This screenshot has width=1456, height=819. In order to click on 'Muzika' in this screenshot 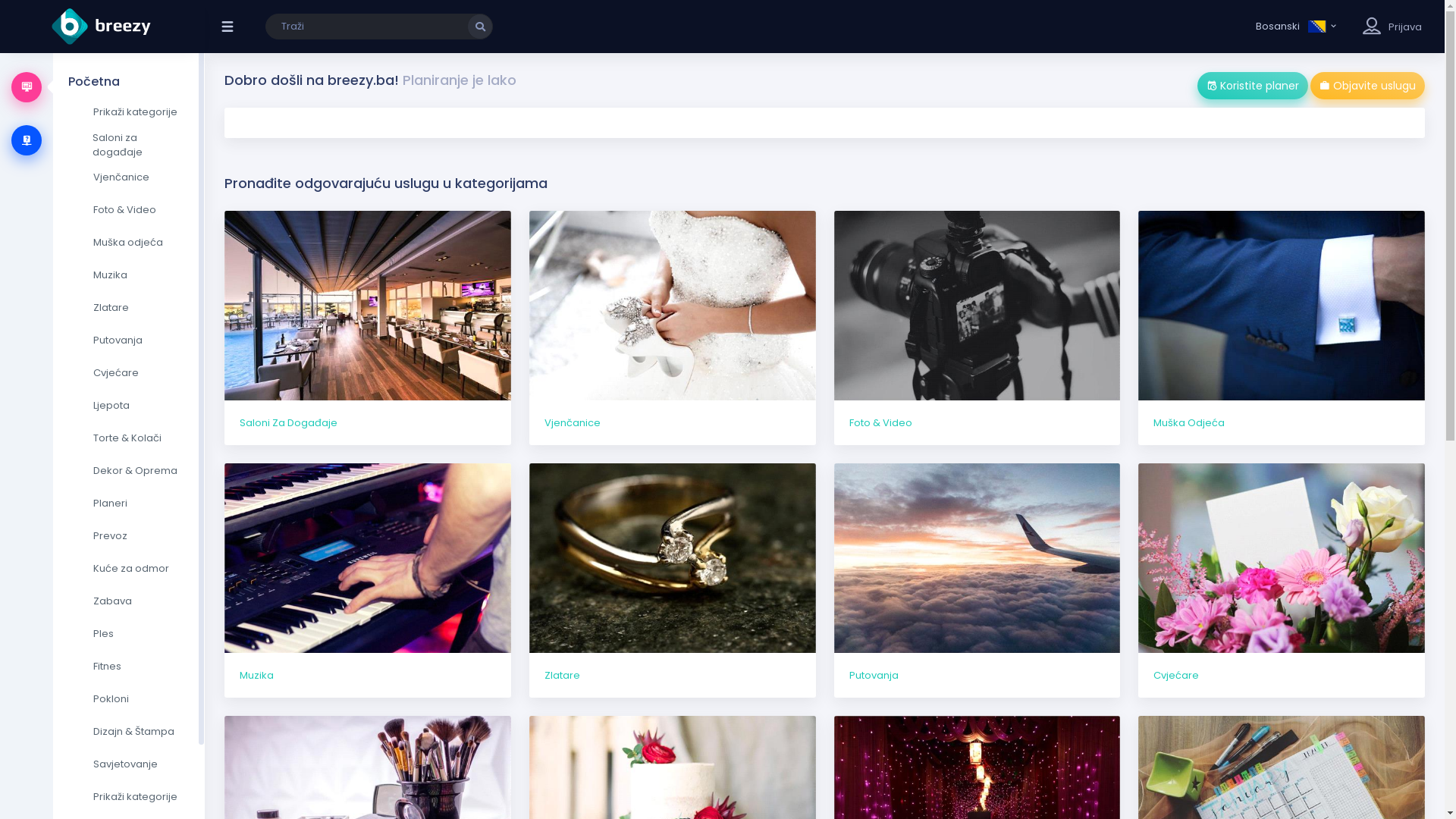, I will do `click(128, 275)`.